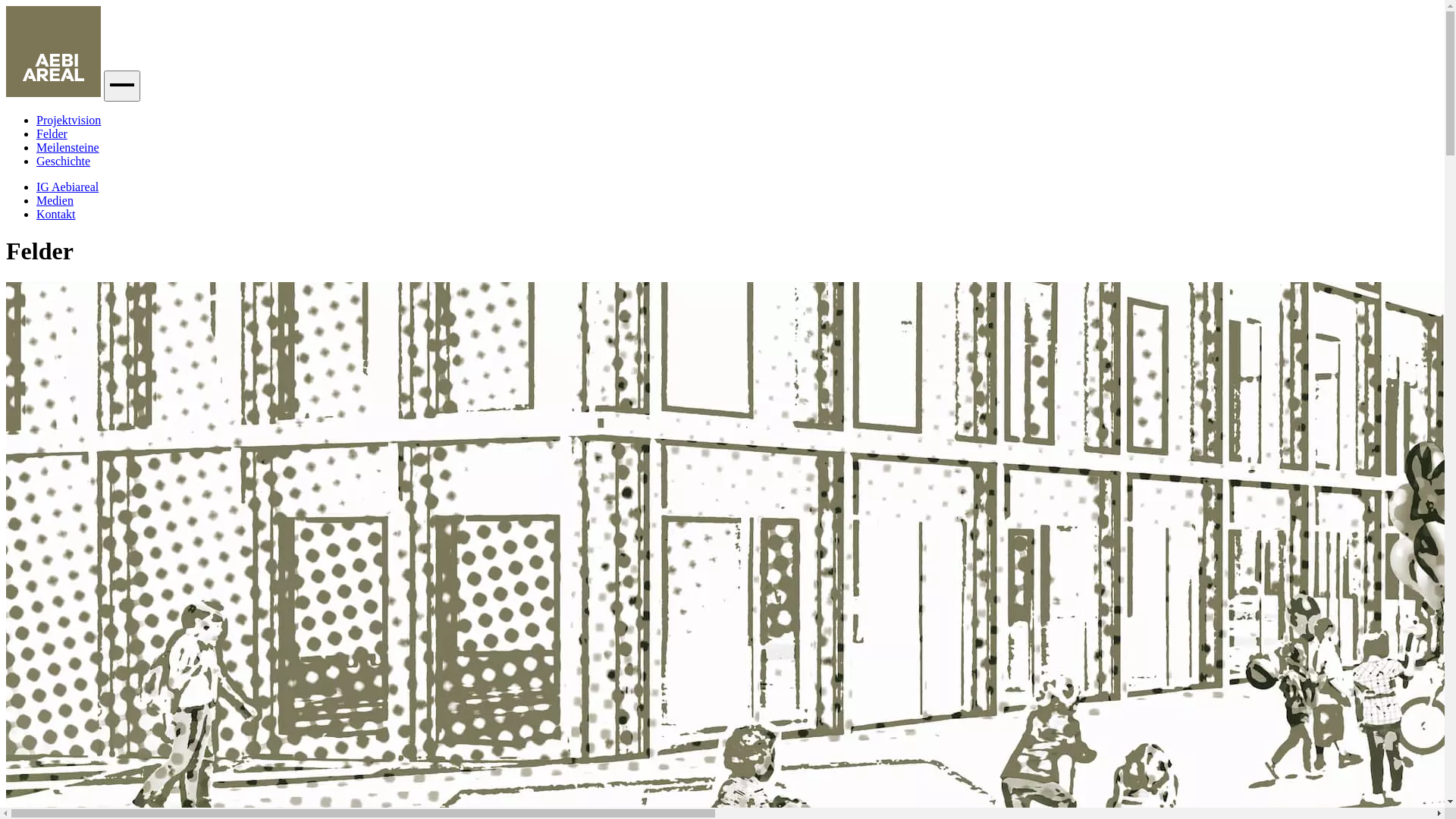  Describe the element at coordinates (67, 119) in the screenshot. I see `'Projektvision'` at that location.